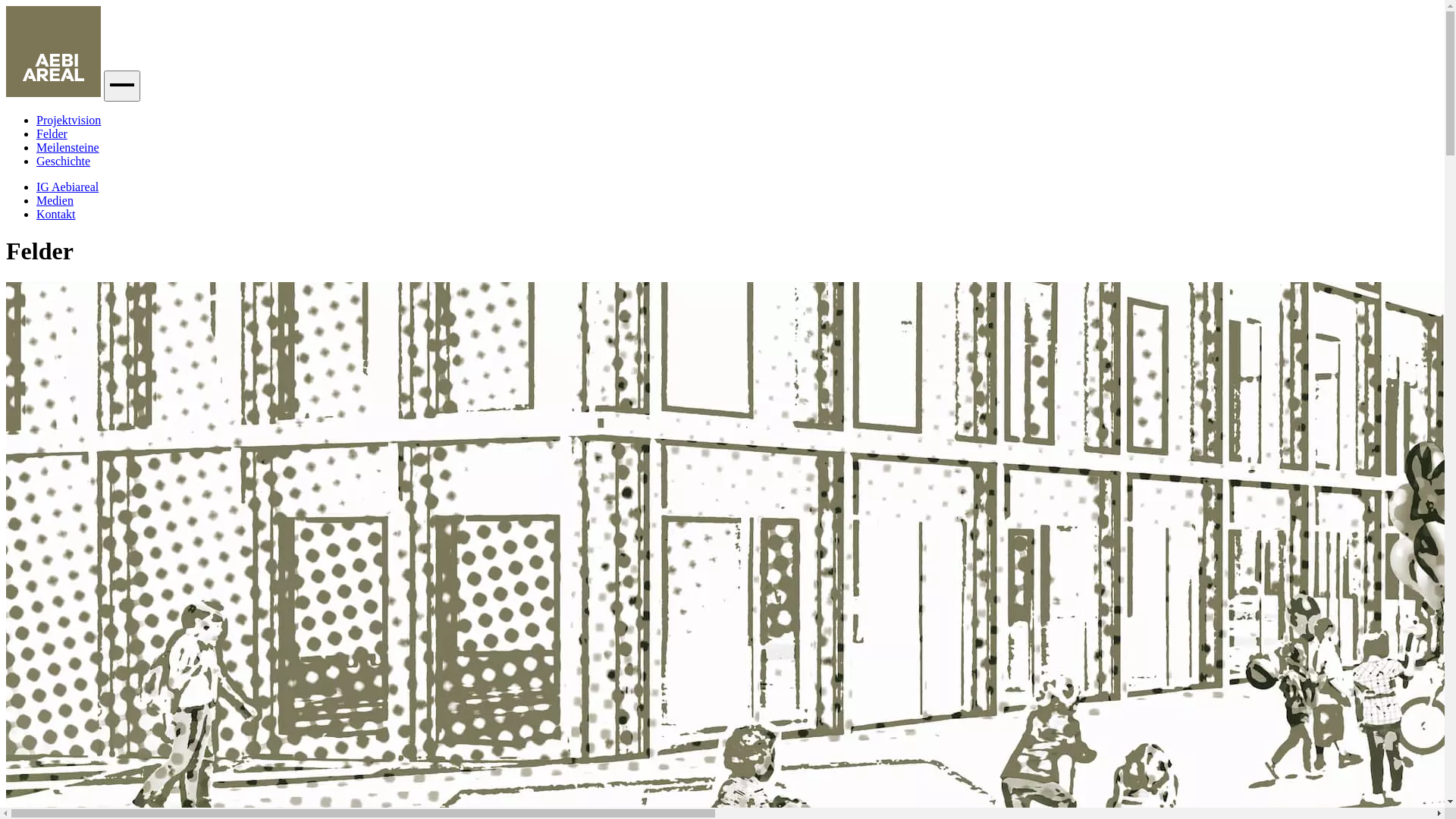  Describe the element at coordinates (67, 119) in the screenshot. I see `'Projektvision'` at that location.